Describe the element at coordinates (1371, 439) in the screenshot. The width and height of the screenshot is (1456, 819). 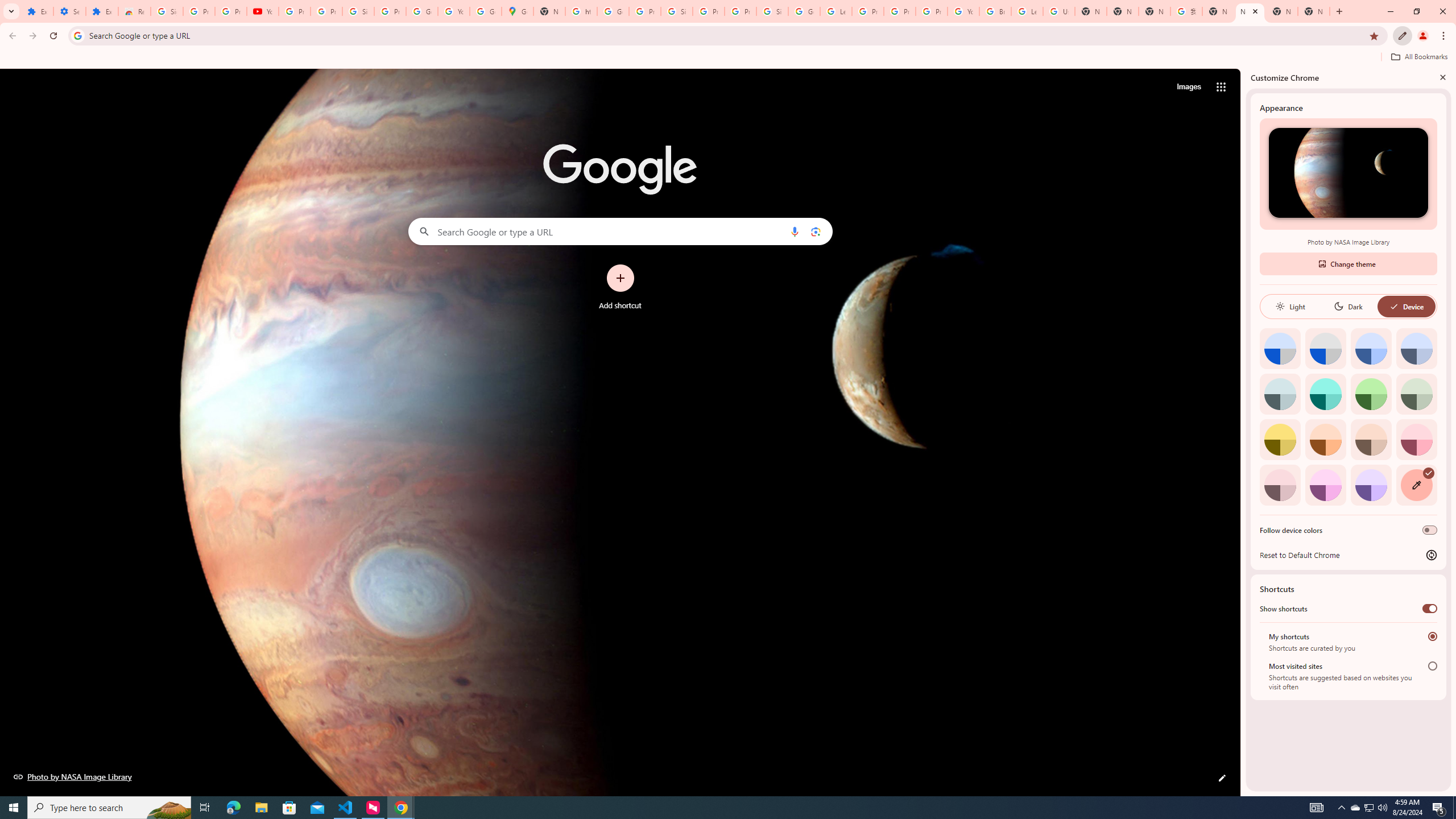
I see `'Apricot'` at that location.